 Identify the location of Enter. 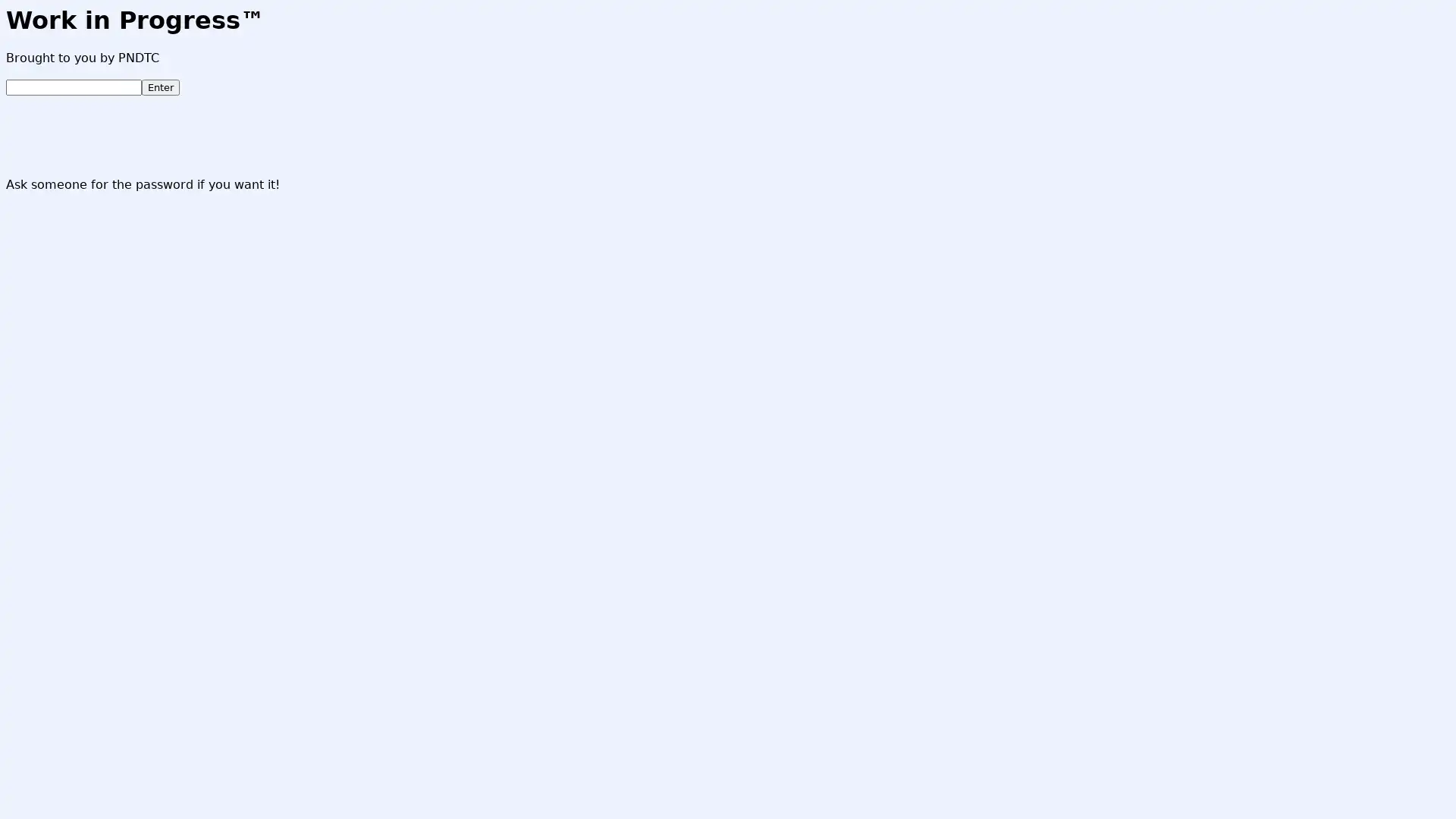
(160, 87).